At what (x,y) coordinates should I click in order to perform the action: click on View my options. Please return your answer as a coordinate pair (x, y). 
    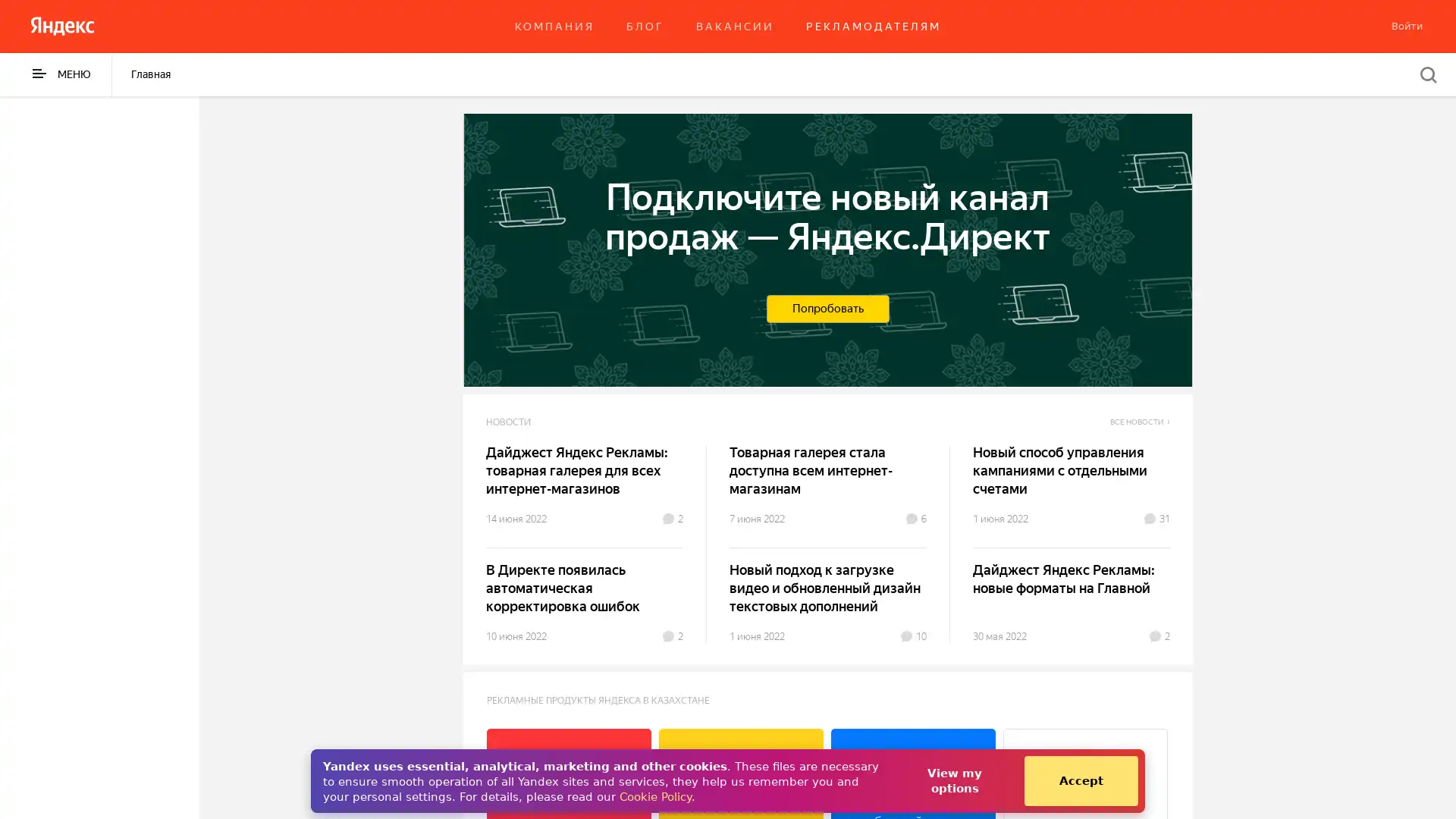
    Looking at the image, I should click on (953, 780).